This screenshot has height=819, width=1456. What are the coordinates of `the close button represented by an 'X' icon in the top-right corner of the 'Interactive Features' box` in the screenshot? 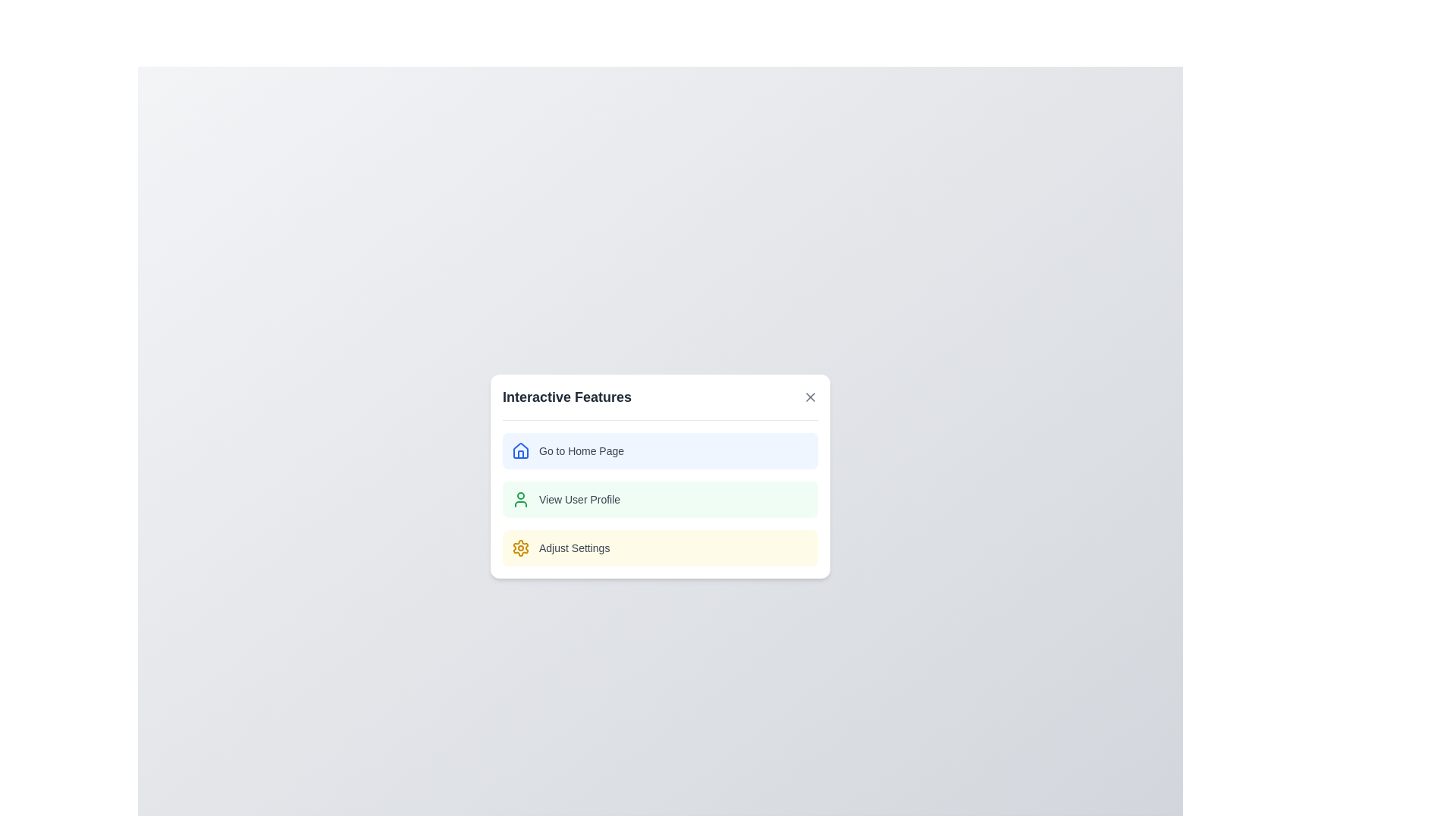 It's located at (810, 396).